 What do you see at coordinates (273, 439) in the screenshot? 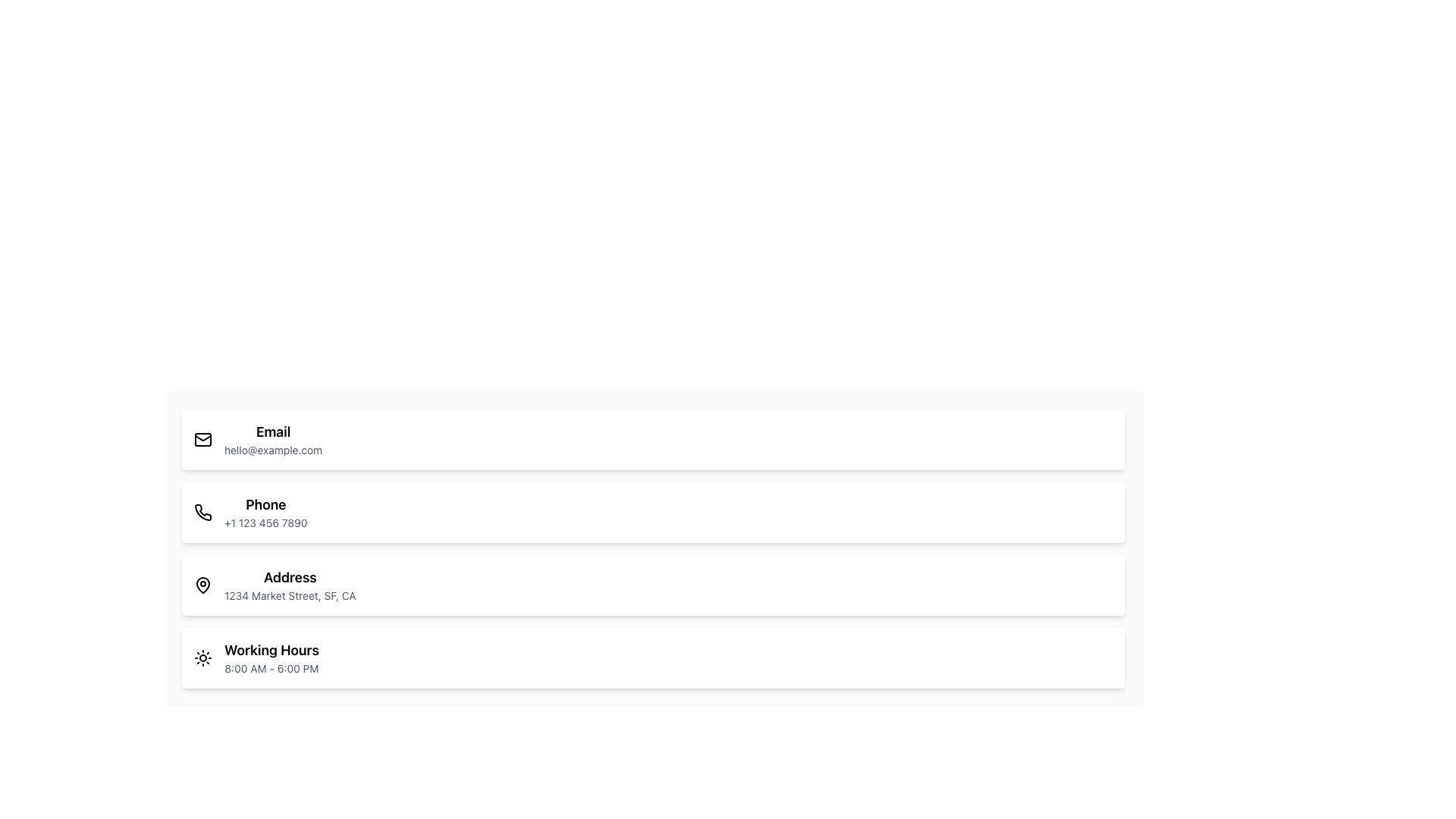
I see `the Text display component that shows 'Email' and 'hello@example.com', which is located in the first card of a vertical list of similar cards` at bounding box center [273, 439].